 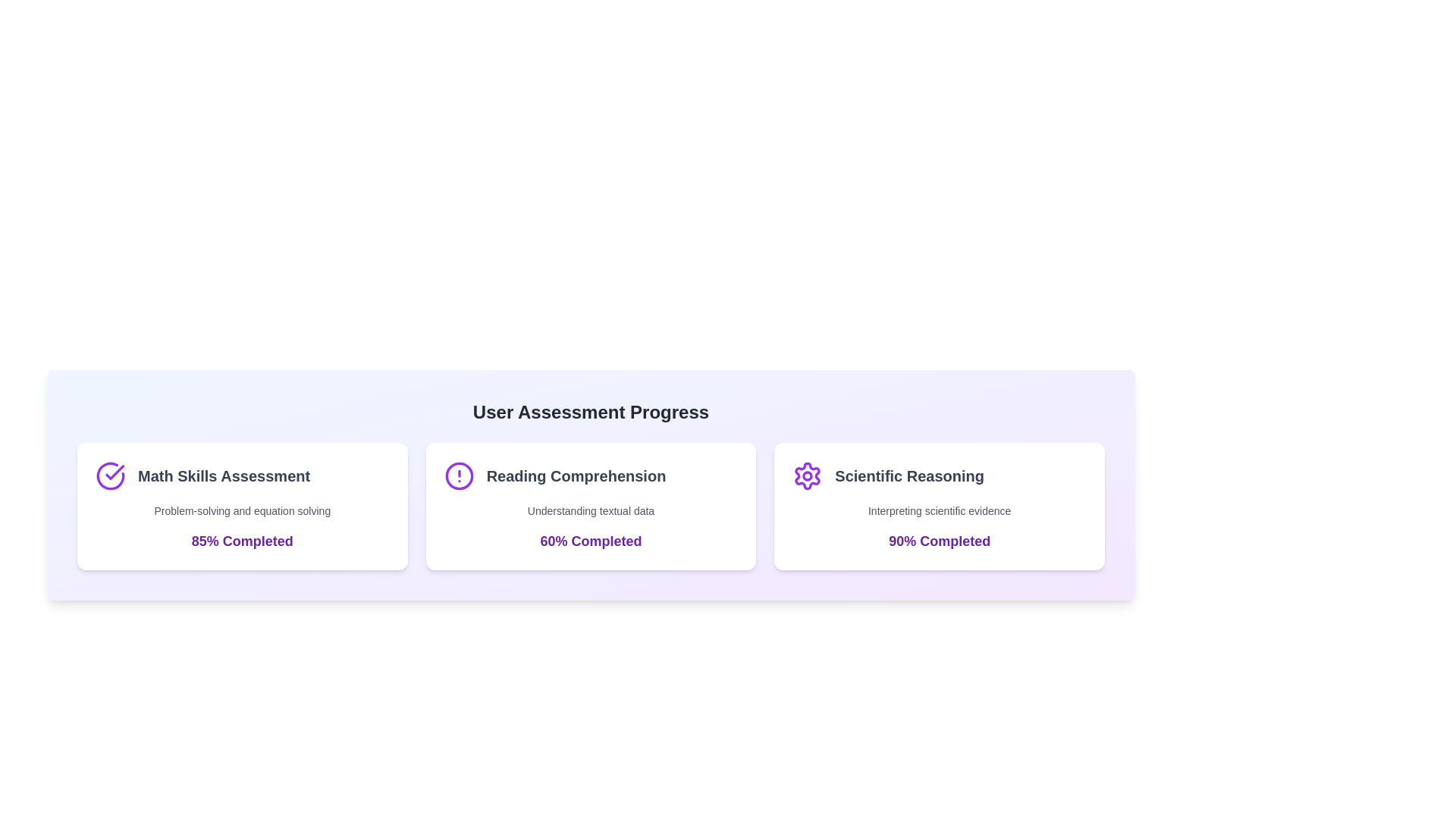 What do you see at coordinates (241, 506) in the screenshot?
I see `the Card Component titled 'Math Skills Assessment' which is the first card in the grid layout, featuring a checkmark icon and displaying '85% Completed' in bold purple` at bounding box center [241, 506].